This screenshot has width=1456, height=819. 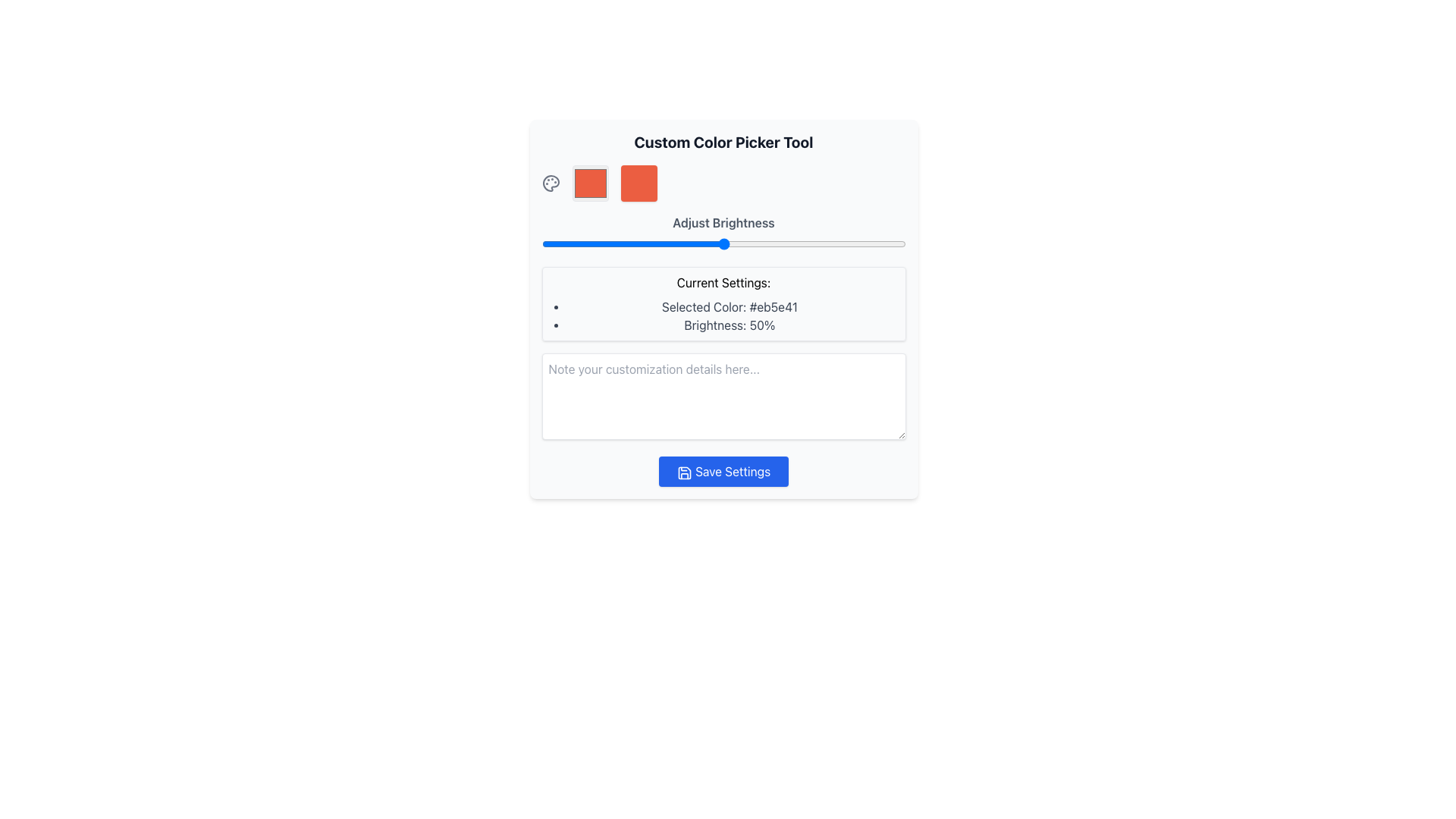 What do you see at coordinates (723, 143) in the screenshot?
I see `the header text that indicates the custom color picker tool, which is positioned at the top center of the module` at bounding box center [723, 143].